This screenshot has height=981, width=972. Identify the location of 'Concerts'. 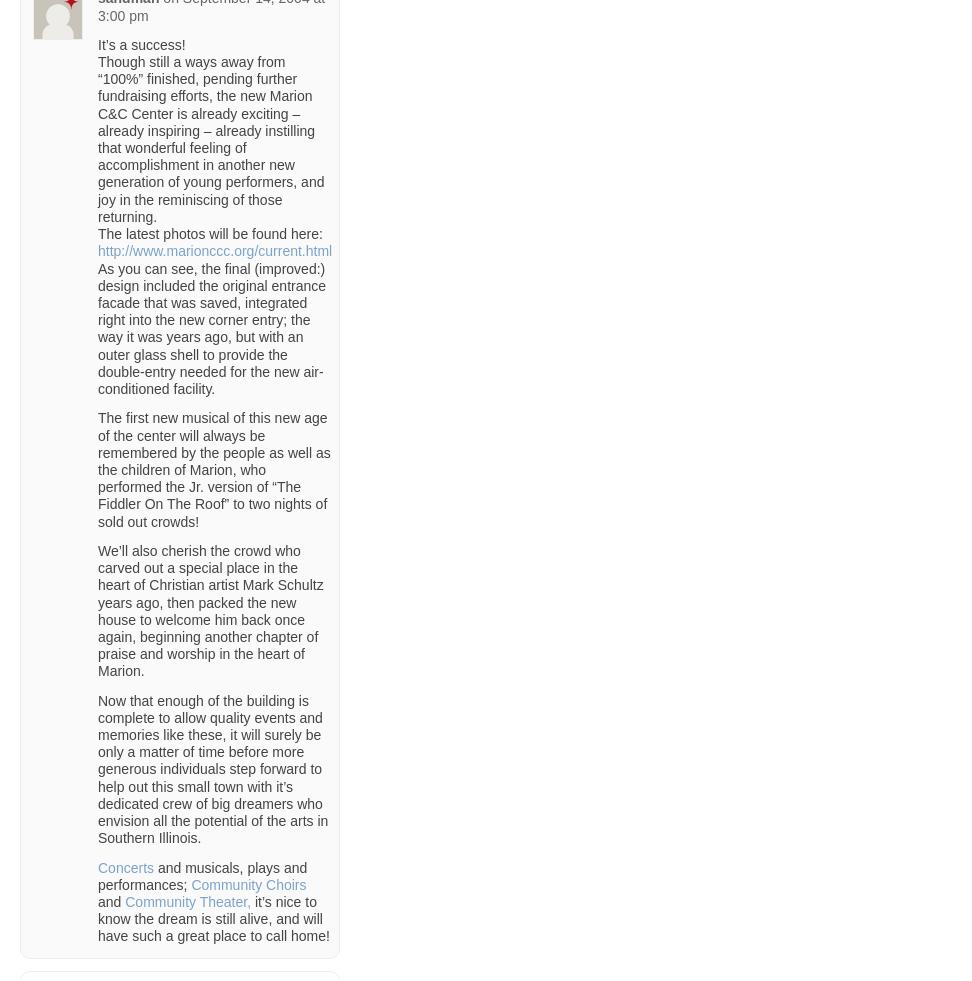
(125, 867).